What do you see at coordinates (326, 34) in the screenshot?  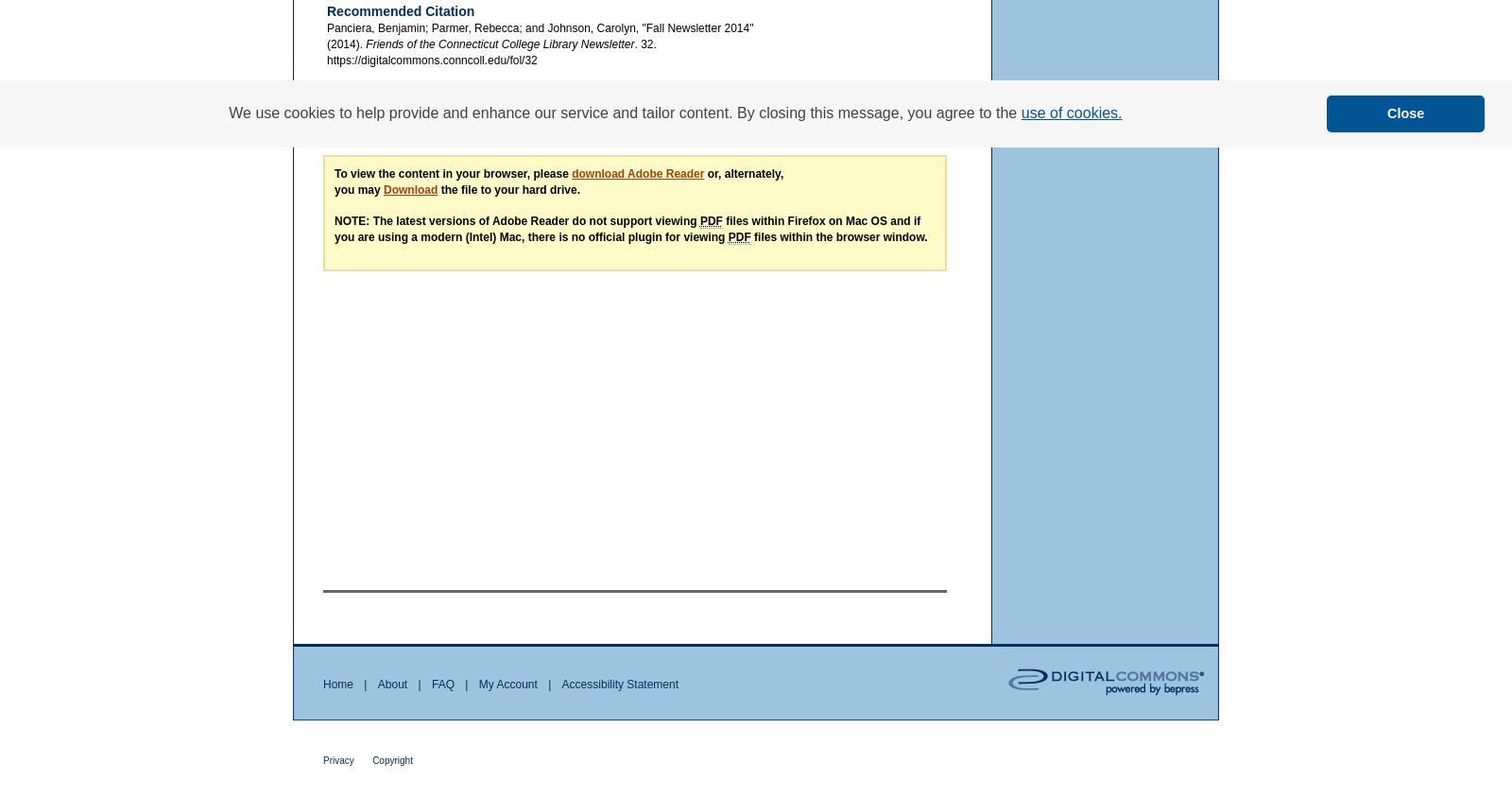 I see `'Panciera, Benjamin; Parmer, Rebecca; and Johnson, Carolyn, "Fall Newsletter 2014" (2014).'` at bounding box center [326, 34].